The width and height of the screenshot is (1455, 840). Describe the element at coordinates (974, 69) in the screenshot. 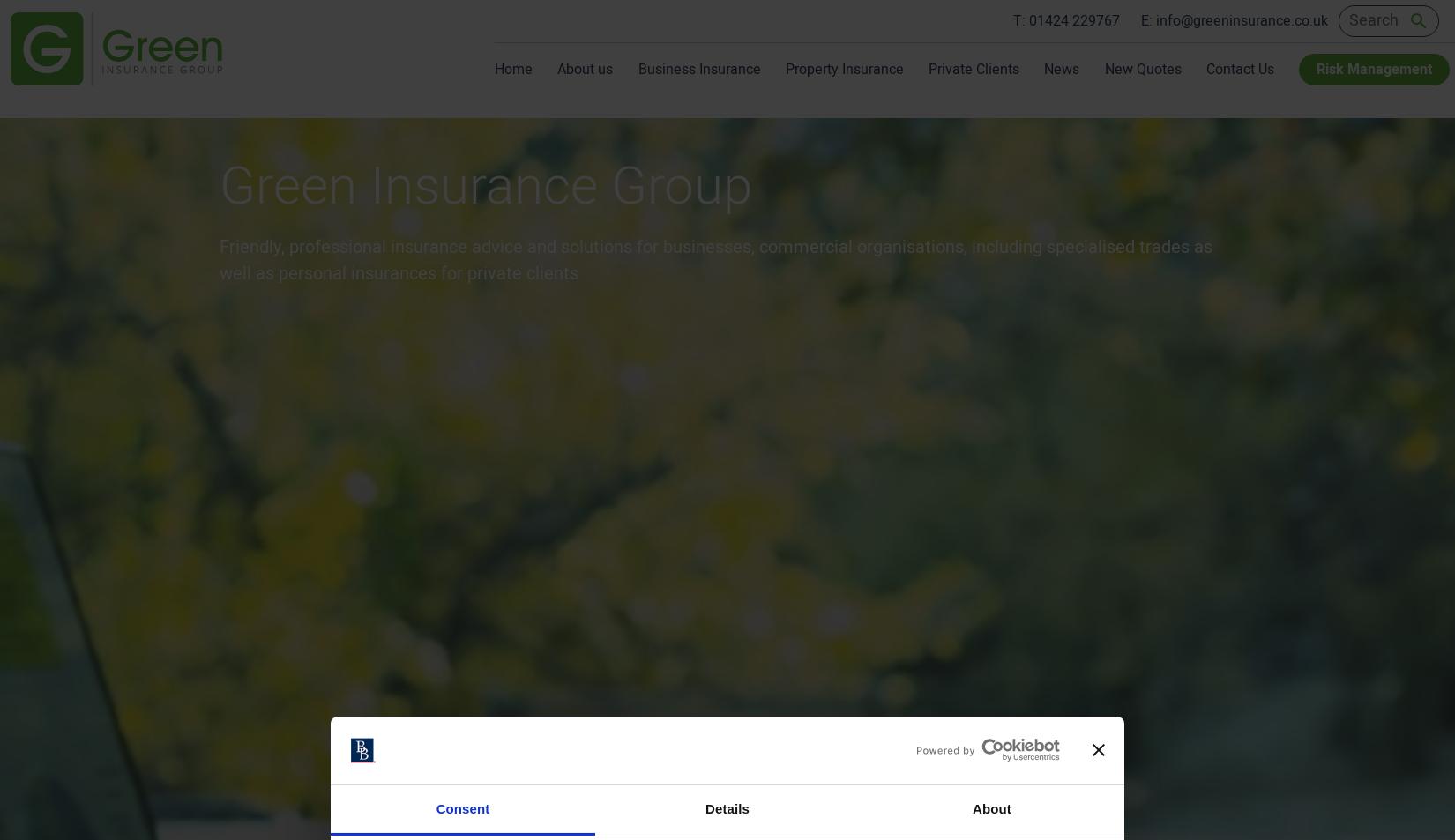

I see `'Private Clients'` at that location.